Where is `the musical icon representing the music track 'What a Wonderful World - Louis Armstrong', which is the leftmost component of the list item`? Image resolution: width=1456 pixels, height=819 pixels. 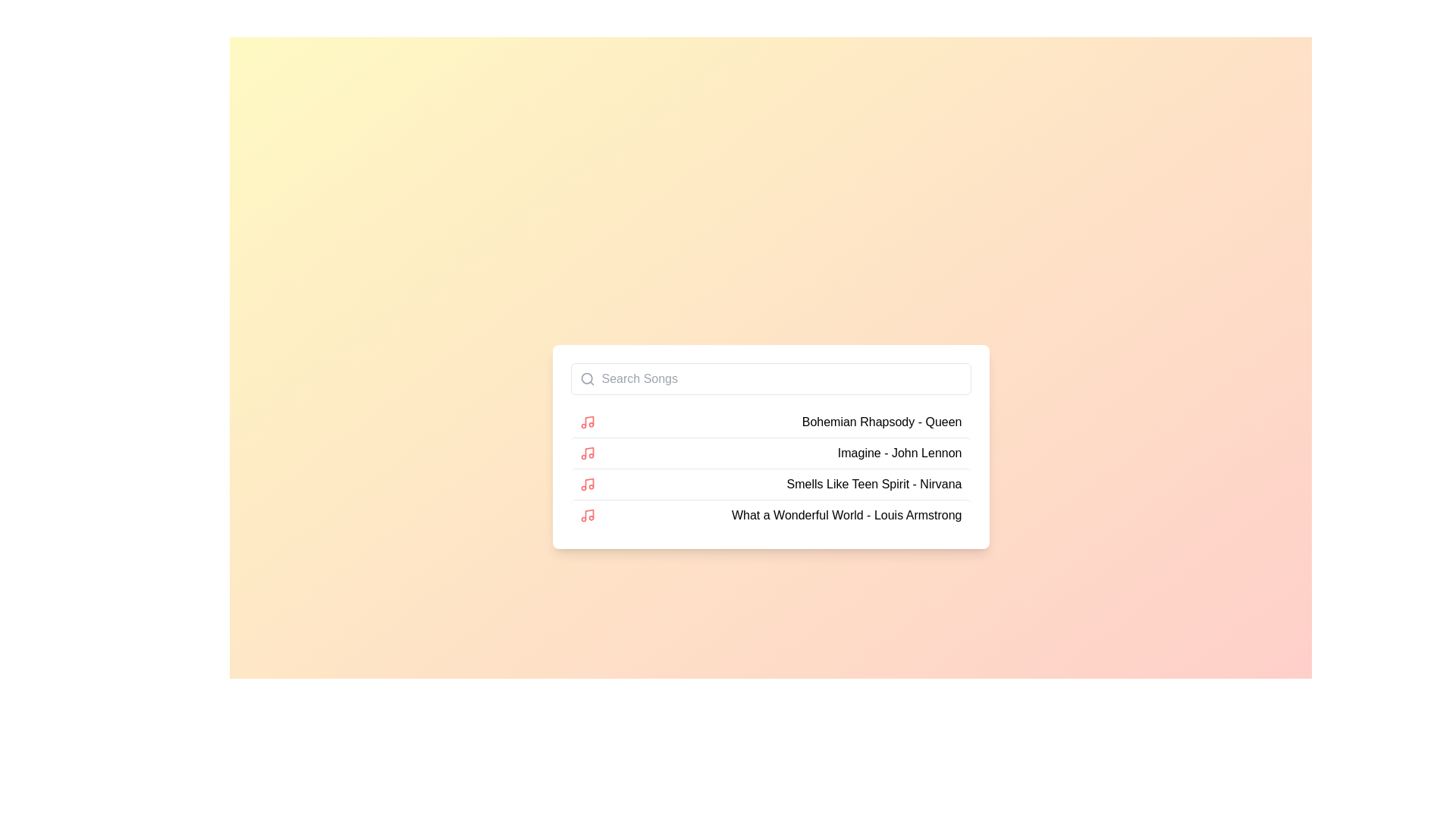
the musical icon representing the music track 'What a Wonderful World - Louis Armstrong', which is the leftmost component of the list item is located at coordinates (586, 514).